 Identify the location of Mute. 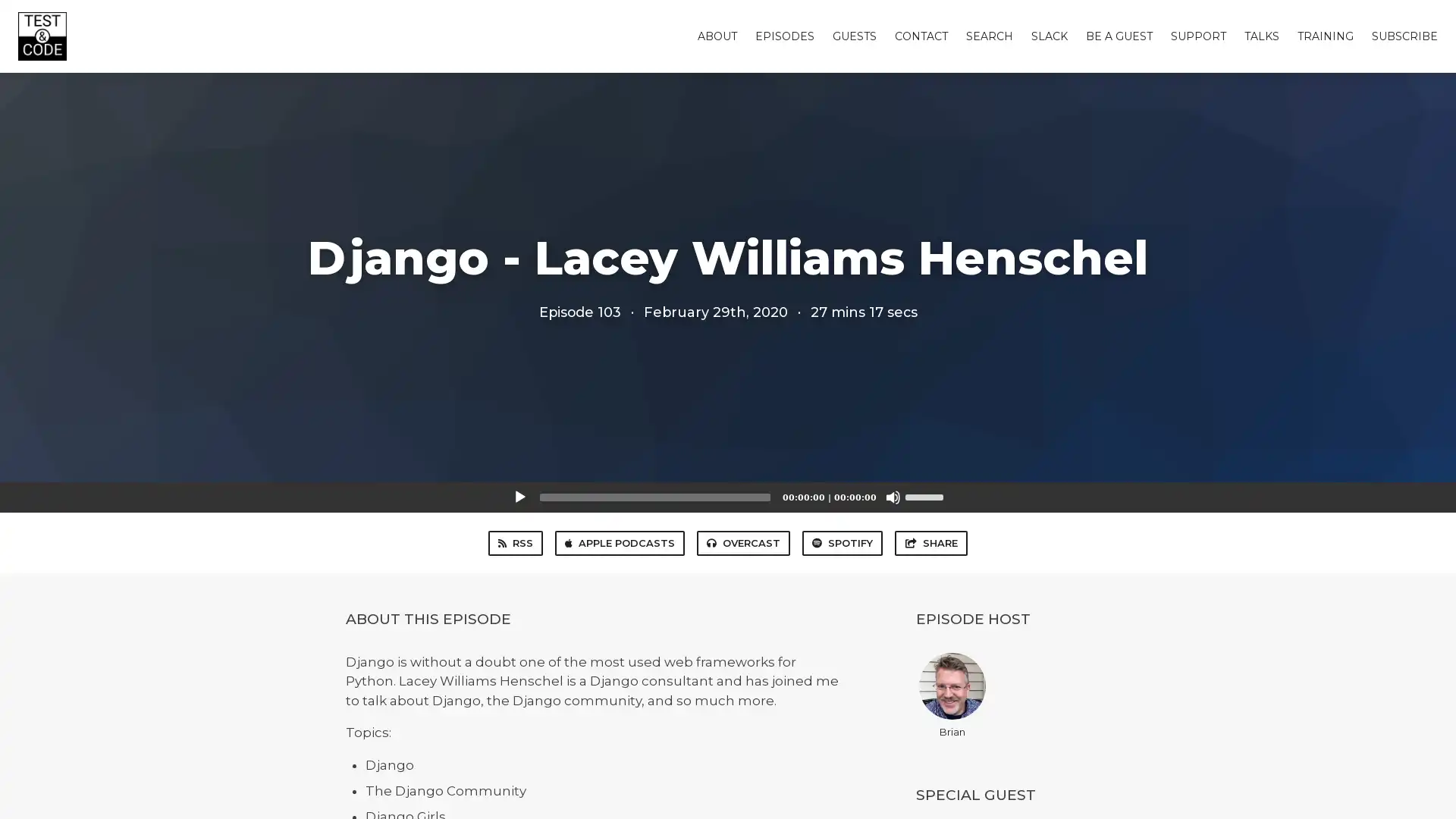
(893, 497).